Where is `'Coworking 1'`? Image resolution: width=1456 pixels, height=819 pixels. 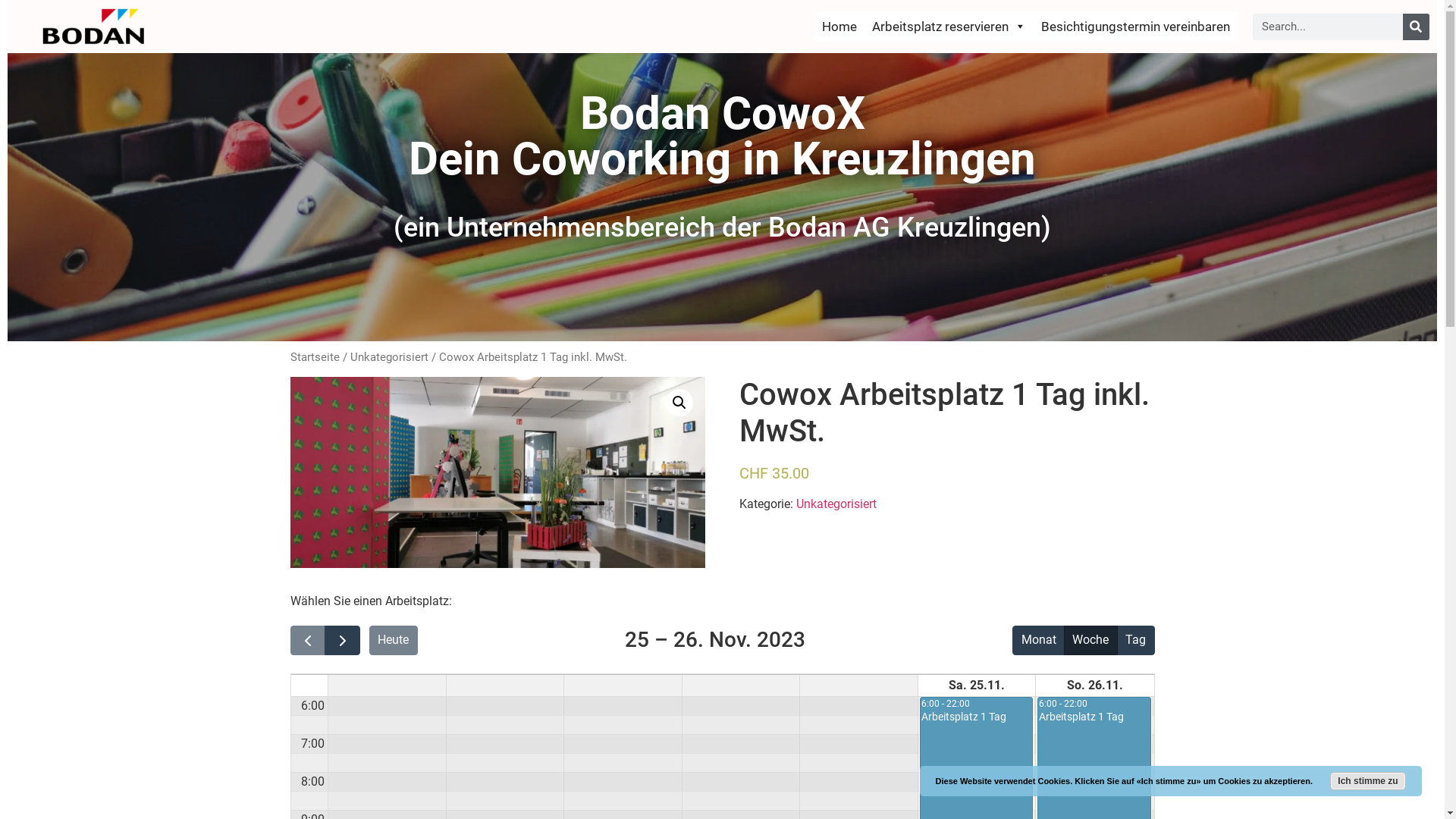
'Coworking 1' is located at coordinates (290, 472).